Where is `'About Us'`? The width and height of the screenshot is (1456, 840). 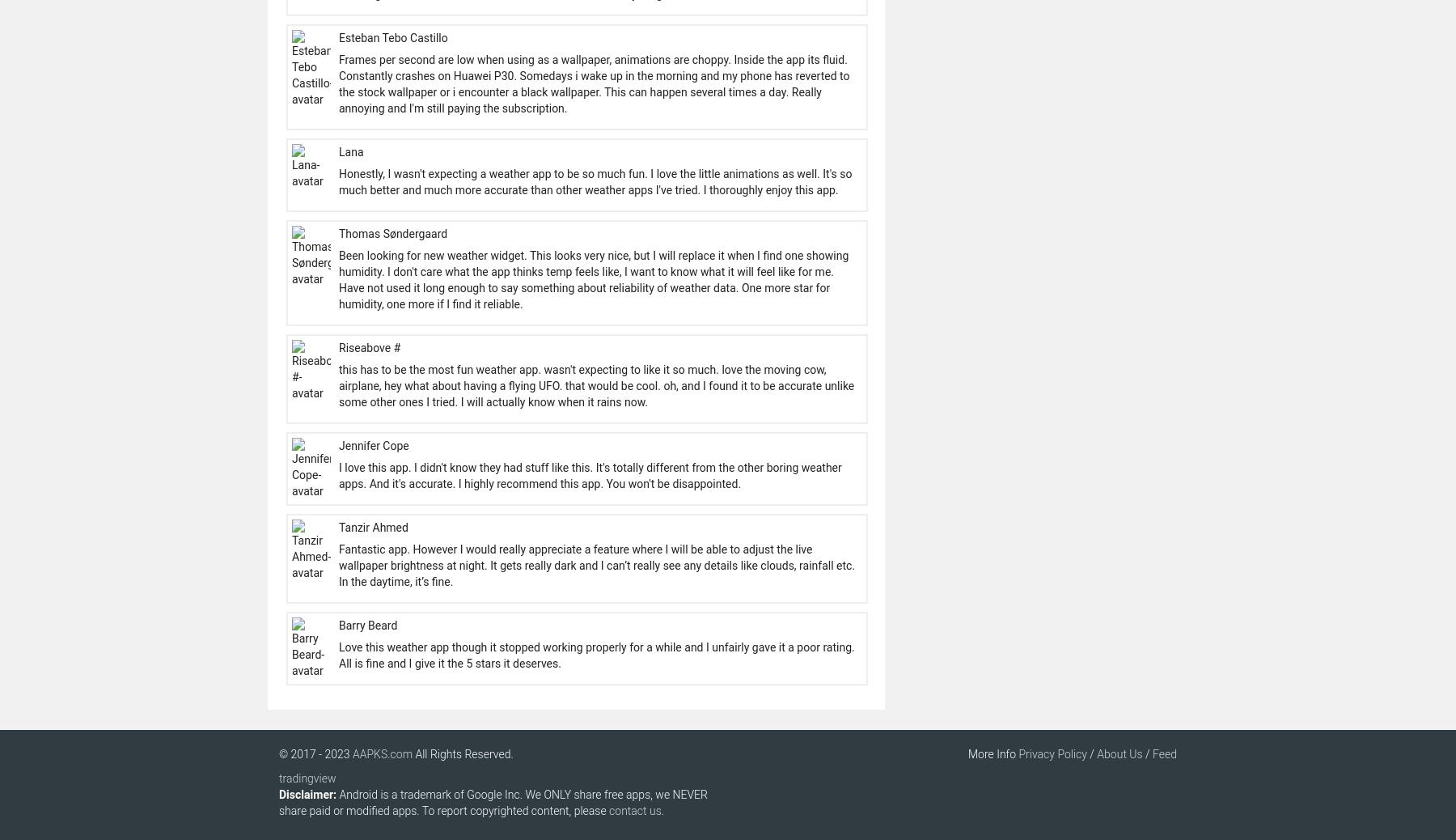
'About Us' is located at coordinates (1119, 754).